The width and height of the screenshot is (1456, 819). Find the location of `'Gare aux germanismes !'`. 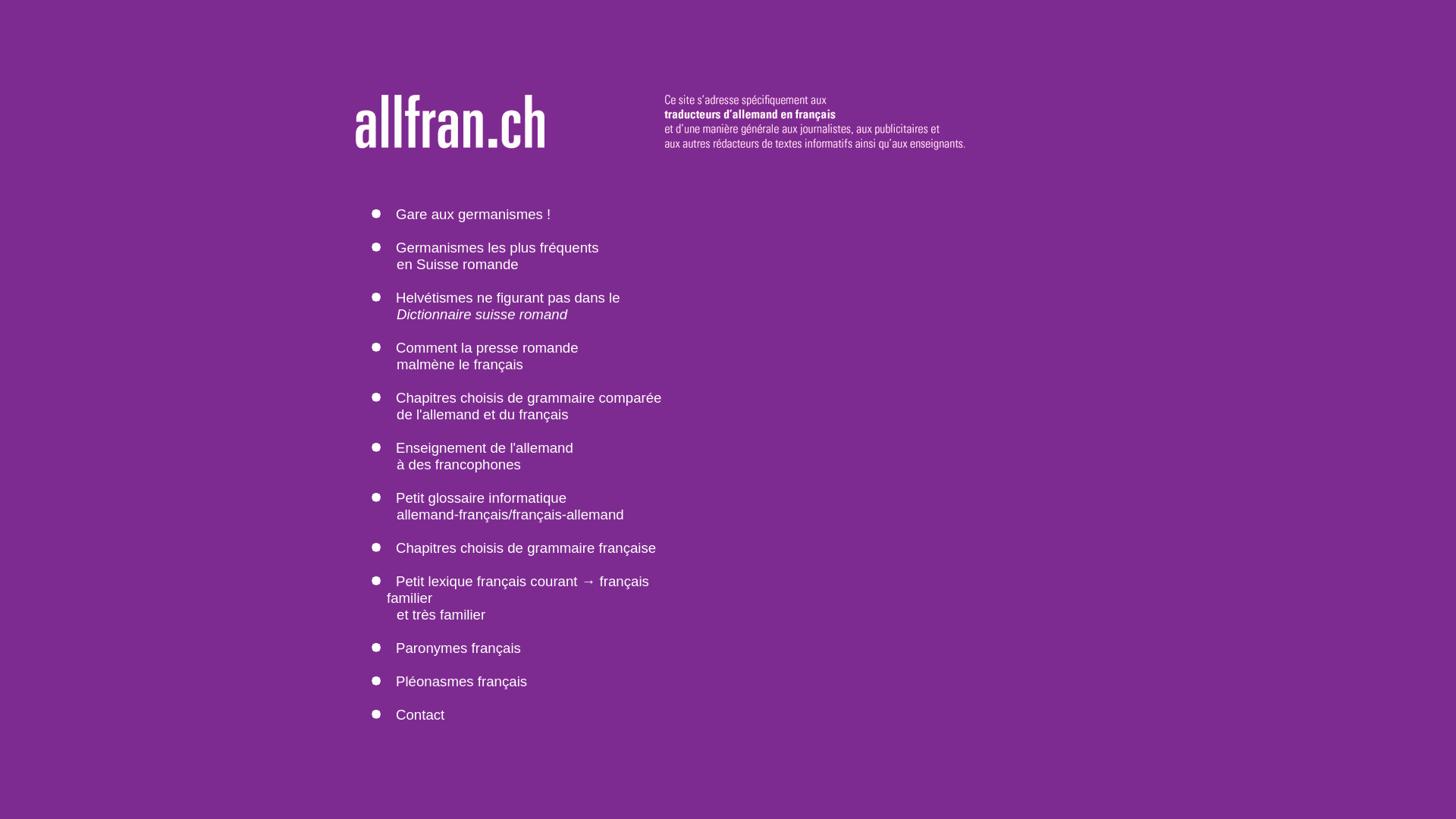

'Gare aux germanismes !' is located at coordinates (472, 214).